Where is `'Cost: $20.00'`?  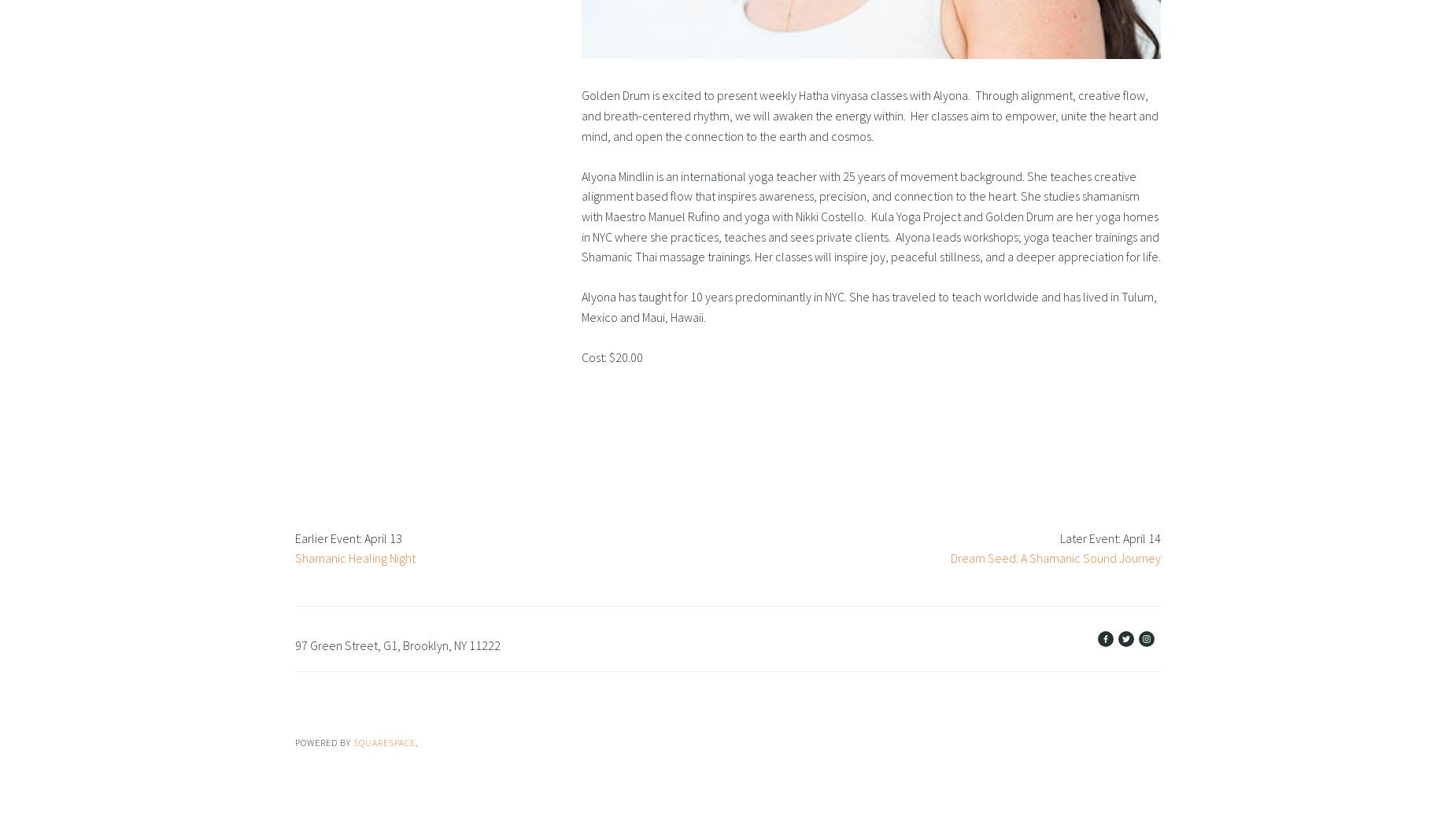 'Cost: $20.00' is located at coordinates (582, 357).